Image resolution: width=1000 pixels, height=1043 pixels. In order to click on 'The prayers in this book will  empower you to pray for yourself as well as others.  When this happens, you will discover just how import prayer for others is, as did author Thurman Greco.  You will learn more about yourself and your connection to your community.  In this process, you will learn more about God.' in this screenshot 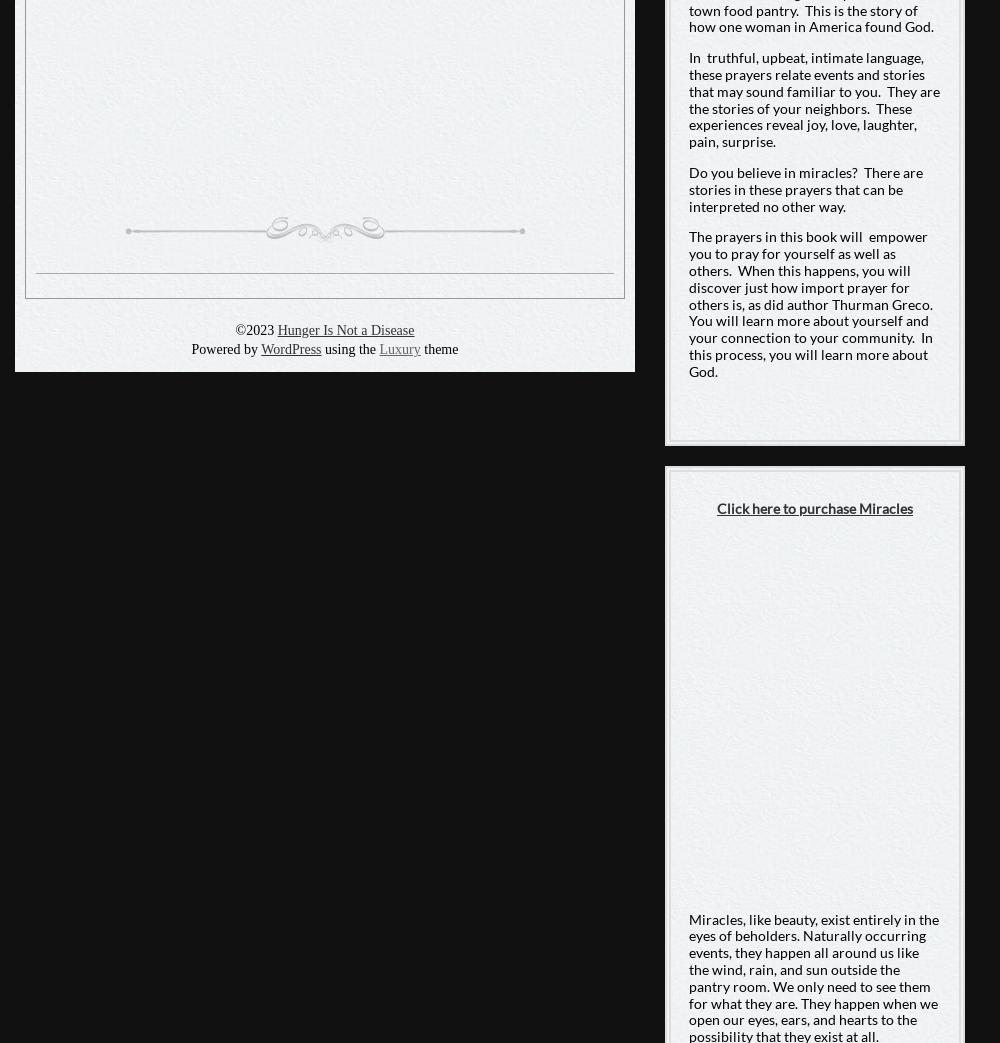, I will do `click(811, 302)`.